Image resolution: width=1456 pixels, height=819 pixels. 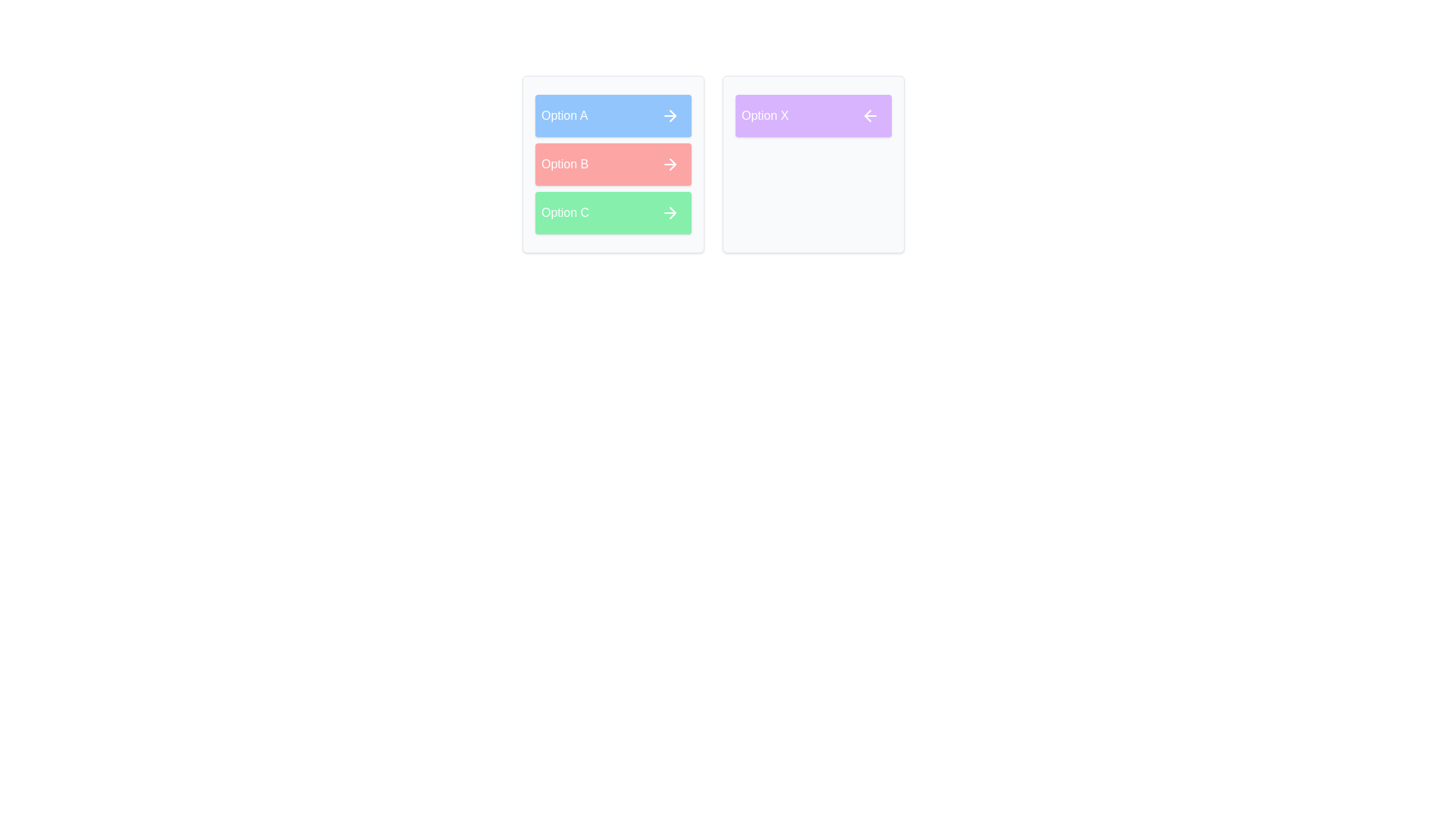 I want to click on the background of the component to deselect any highlighted elements, so click(x=378, y=378).